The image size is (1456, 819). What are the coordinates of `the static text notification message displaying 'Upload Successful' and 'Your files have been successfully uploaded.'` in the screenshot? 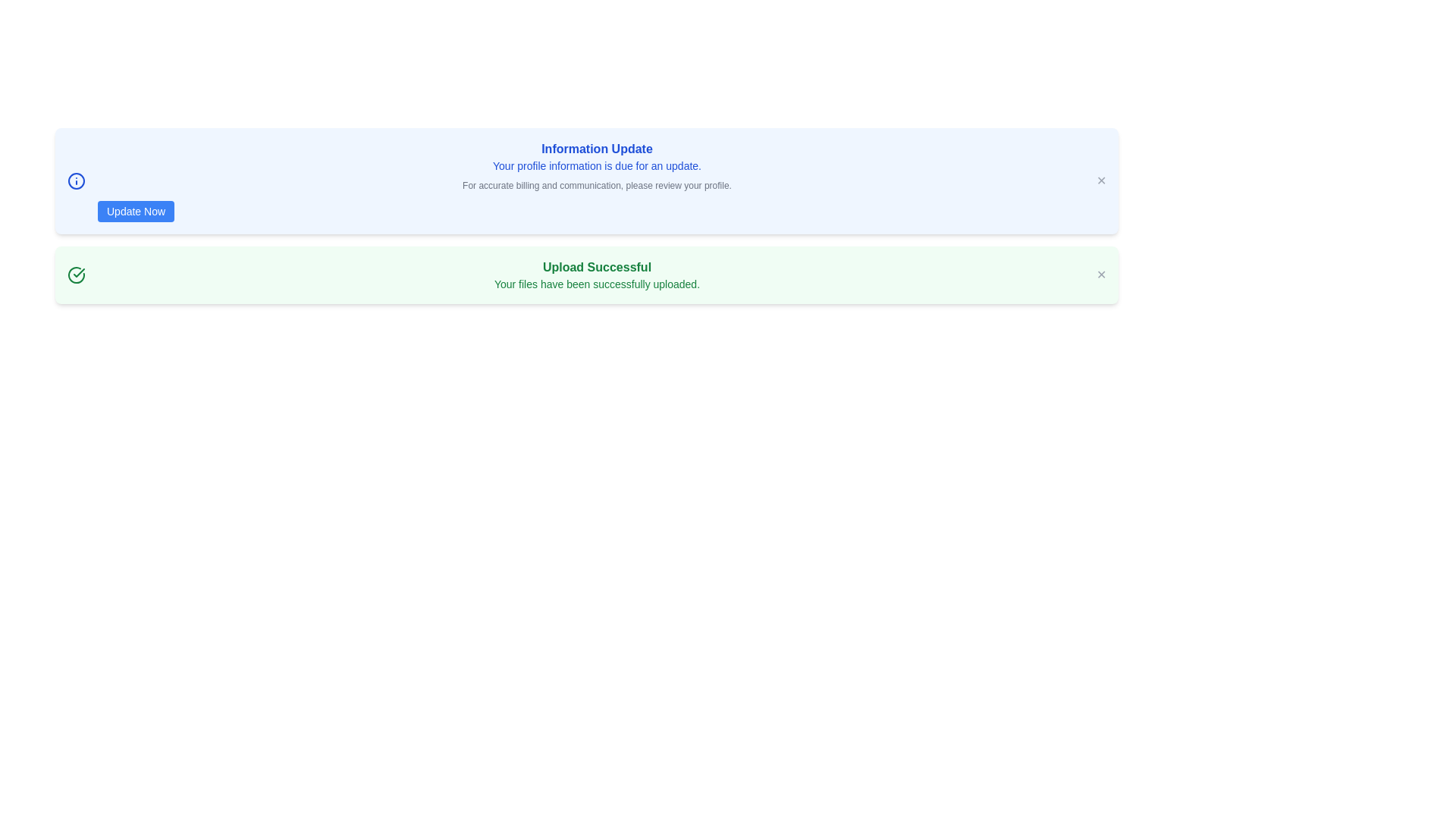 It's located at (596, 275).